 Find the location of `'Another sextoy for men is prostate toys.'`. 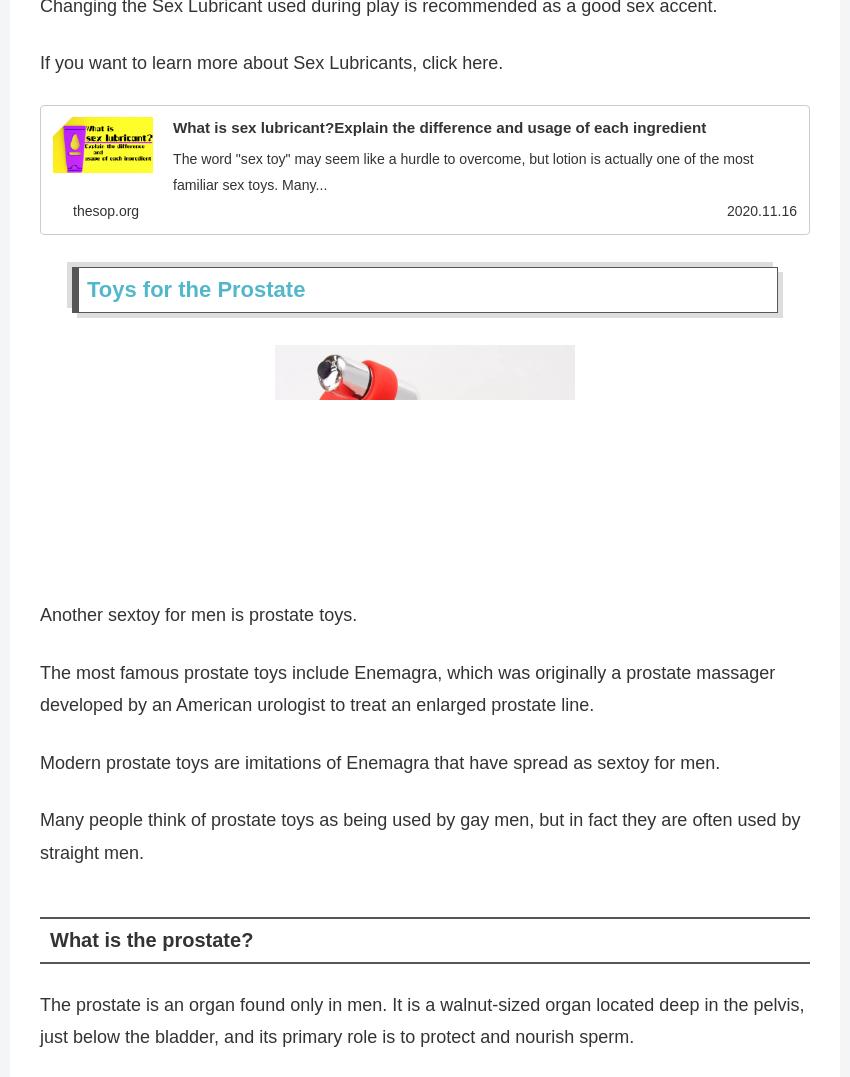

'Another sextoy for men is prostate toys.' is located at coordinates (197, 619).